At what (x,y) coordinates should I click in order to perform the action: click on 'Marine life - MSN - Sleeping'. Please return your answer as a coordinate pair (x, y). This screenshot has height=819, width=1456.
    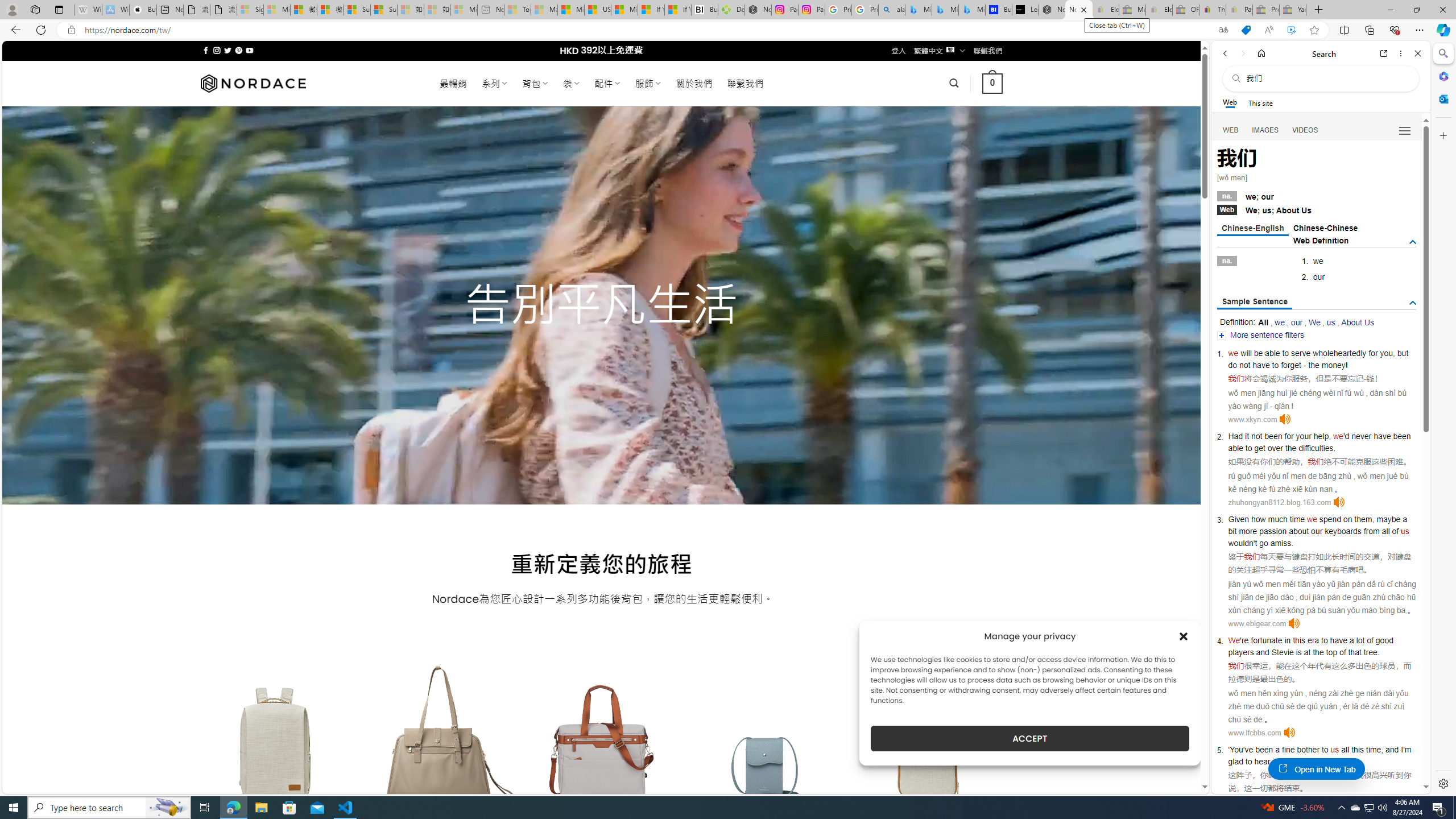
    Looking at the image, I should click on (543, 9).